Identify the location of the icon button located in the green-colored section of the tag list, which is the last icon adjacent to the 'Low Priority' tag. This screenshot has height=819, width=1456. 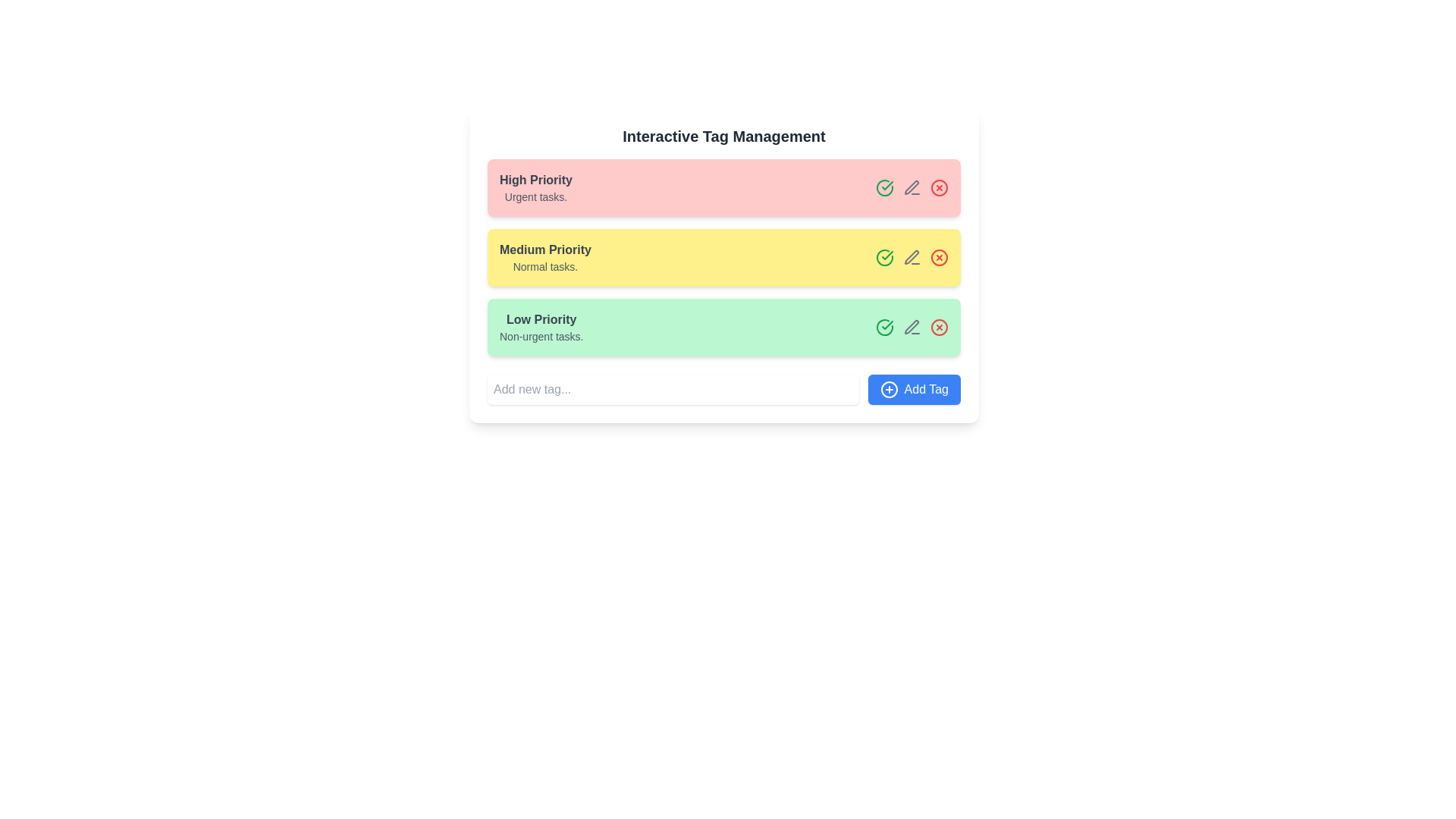
(938, 327).